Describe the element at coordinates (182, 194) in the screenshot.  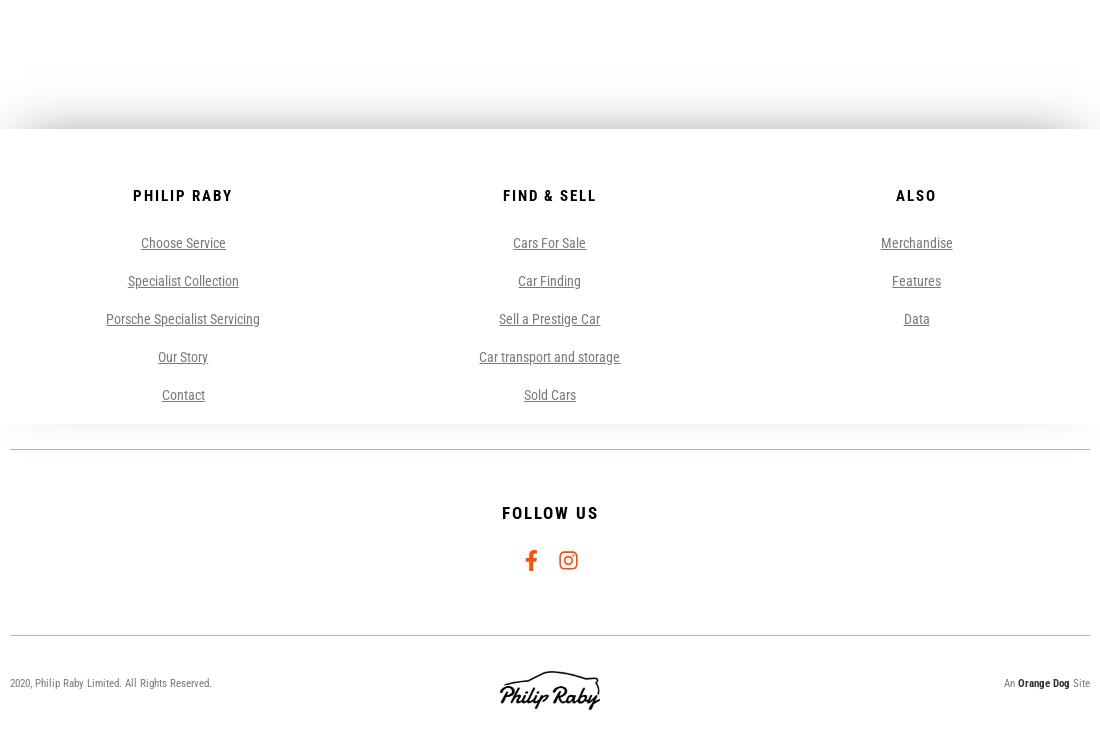
I see `'Philip Raby'` at that location.